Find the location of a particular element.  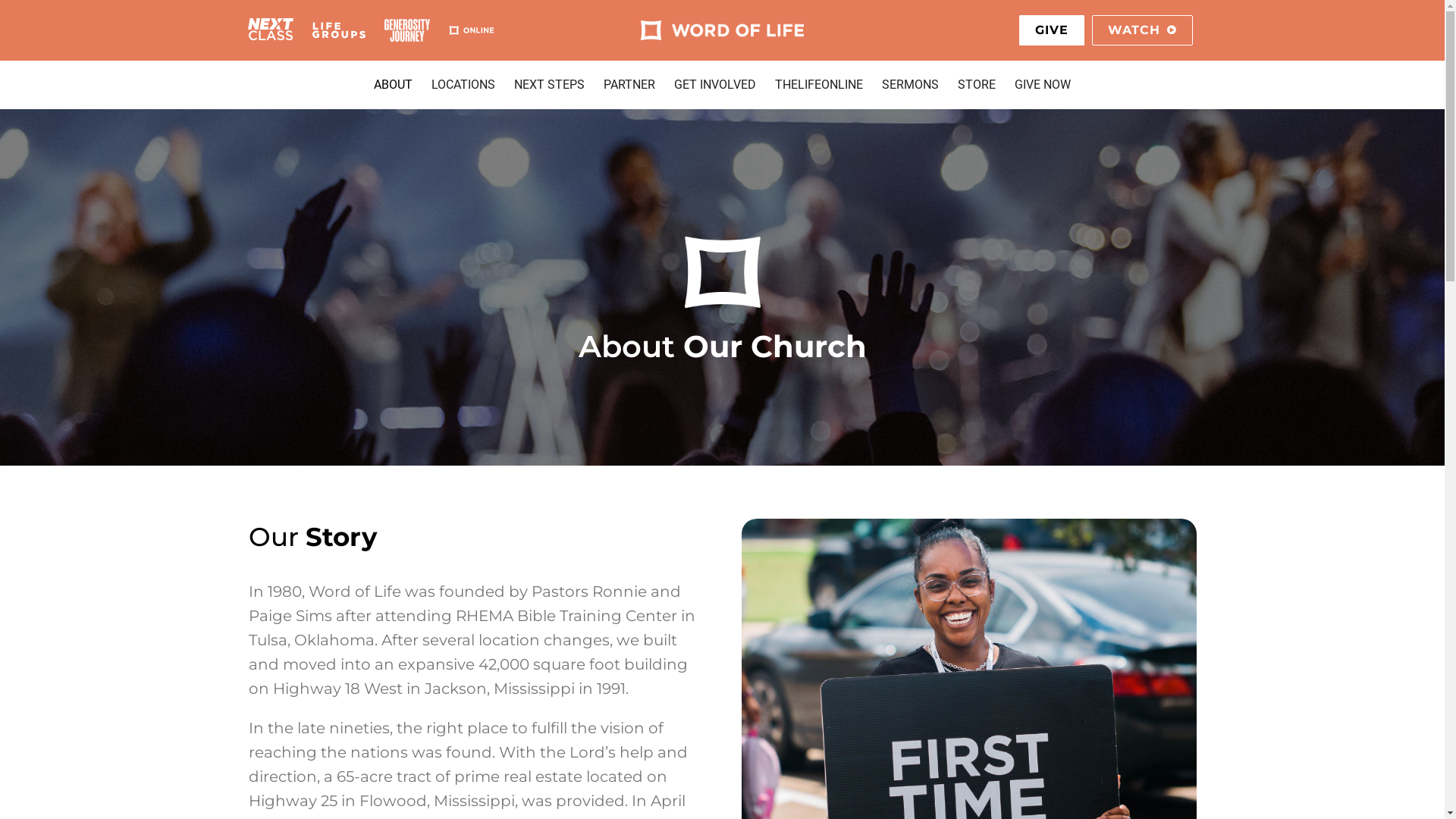

'ABOUT' is located at coordinates (393, 84).